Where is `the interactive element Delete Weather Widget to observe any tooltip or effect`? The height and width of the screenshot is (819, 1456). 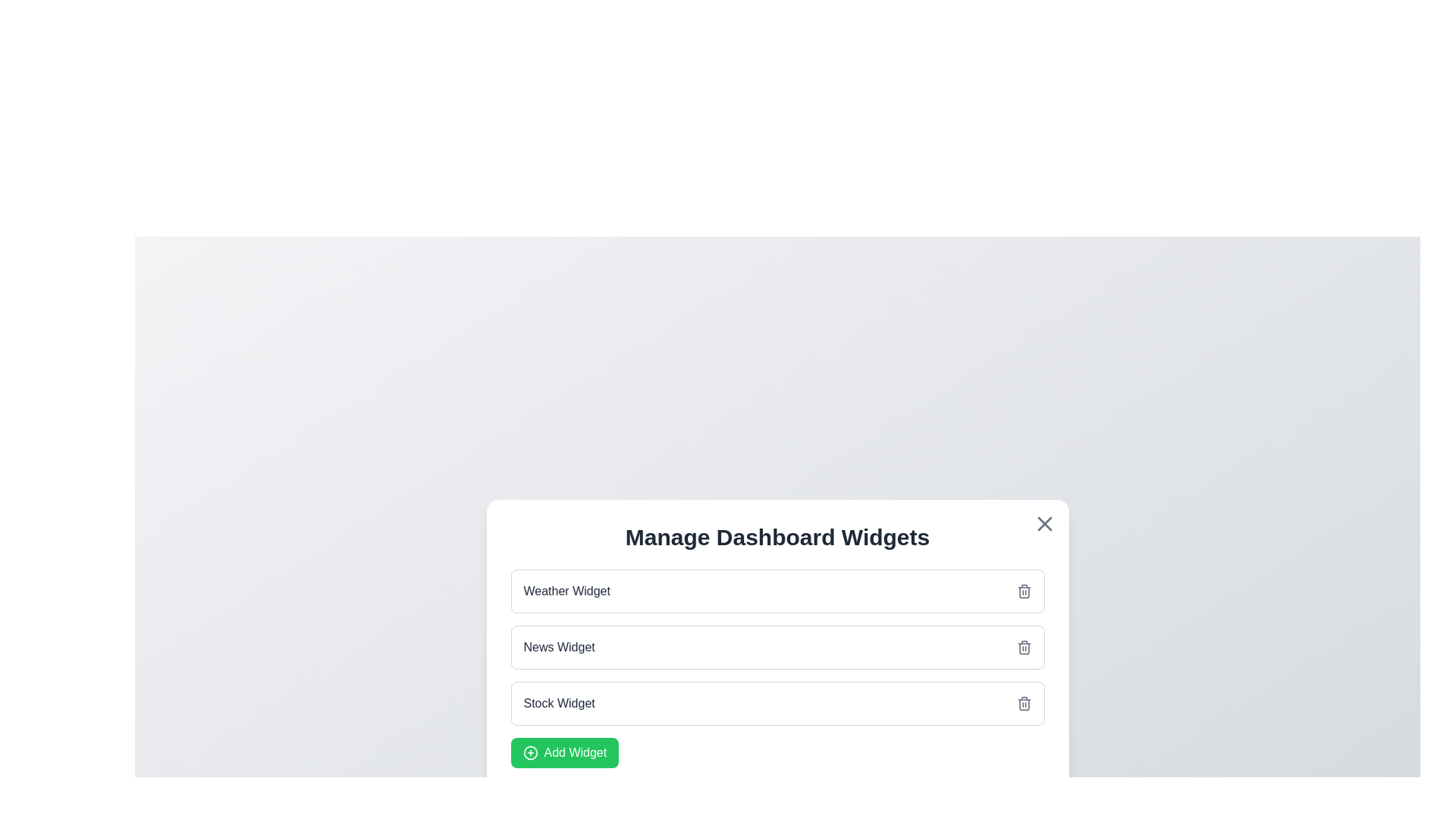 the interactive element Delete Weather Widget to observe any tooltip or effect is located at coordinates (1024, 590).